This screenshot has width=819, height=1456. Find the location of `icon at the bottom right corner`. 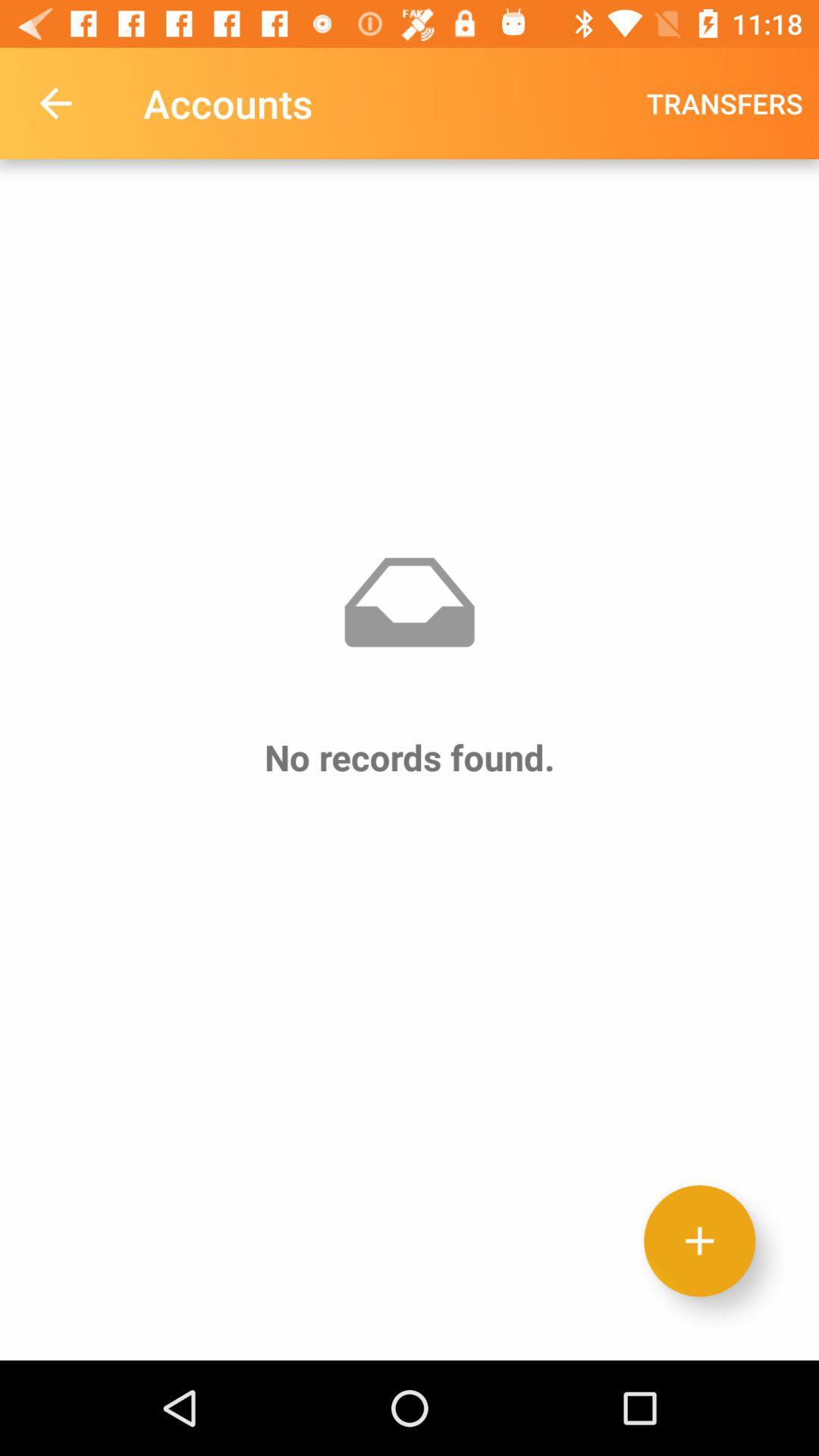

icon at the bottom right corner is located at coordinates (699, 1241).